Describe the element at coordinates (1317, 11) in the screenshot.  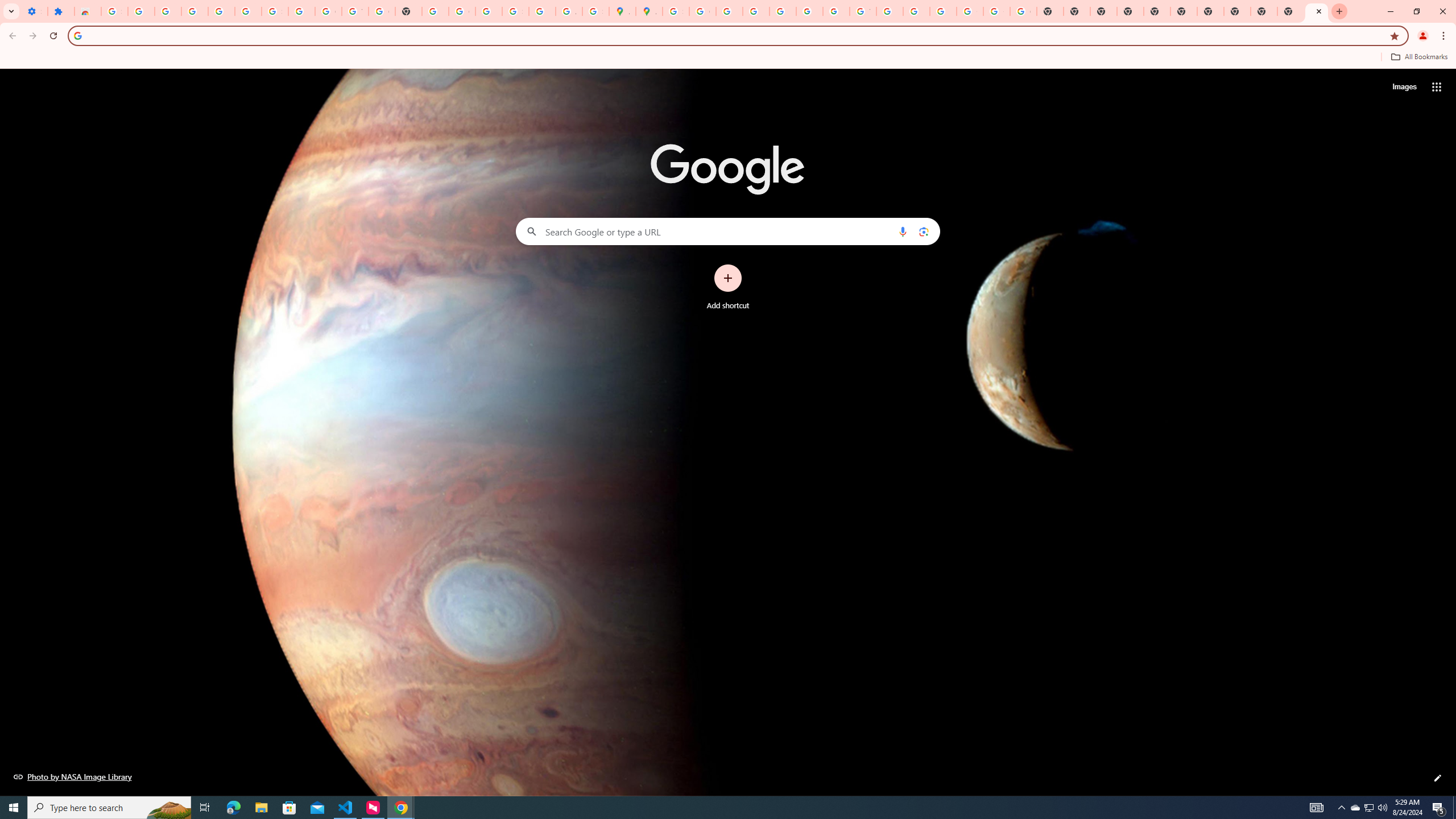
I see `'New Tab'` at that location.